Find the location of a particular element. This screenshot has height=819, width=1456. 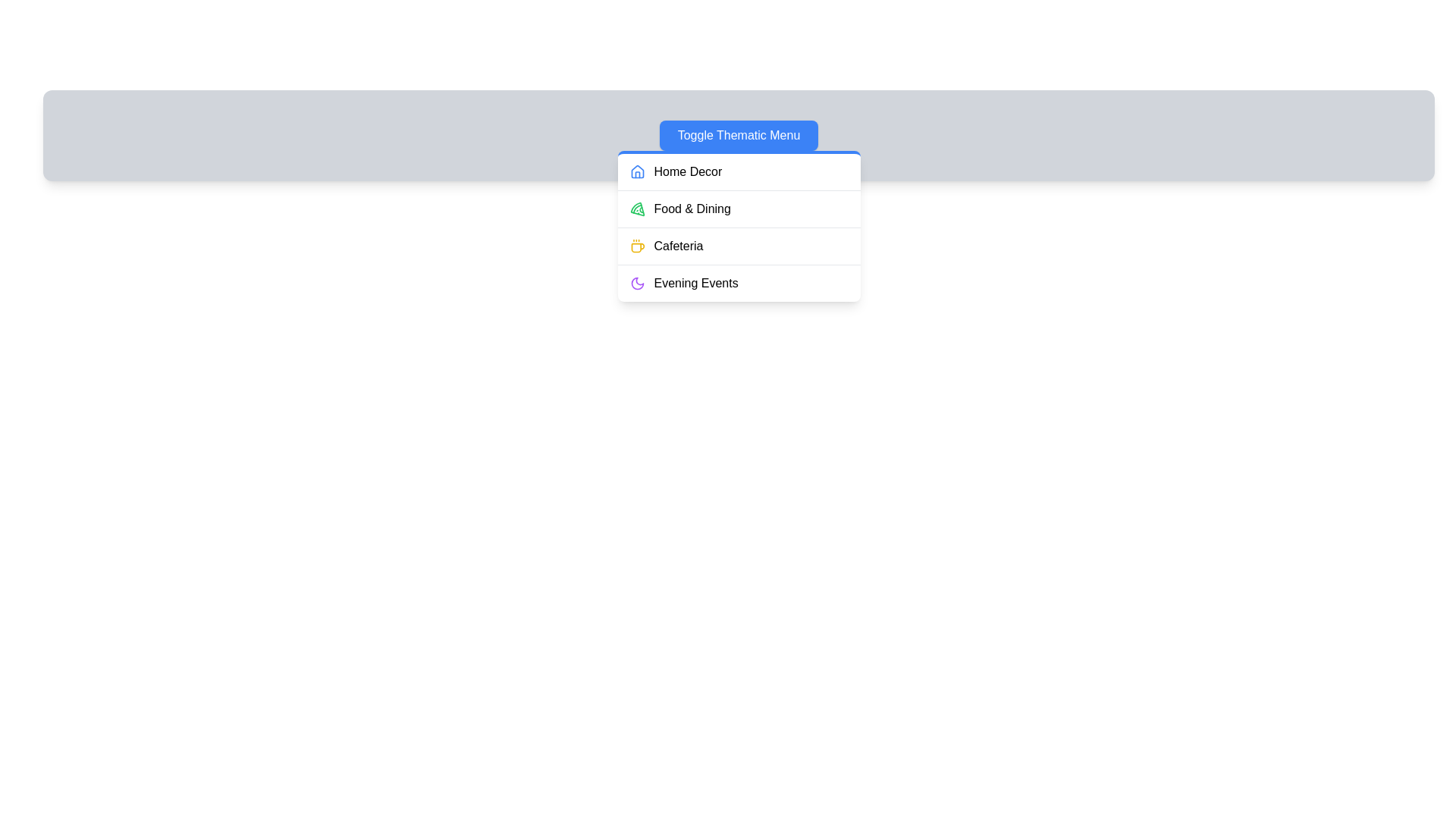

the menu item Evening Events by clicking on it is located at coordinates (739, 283).